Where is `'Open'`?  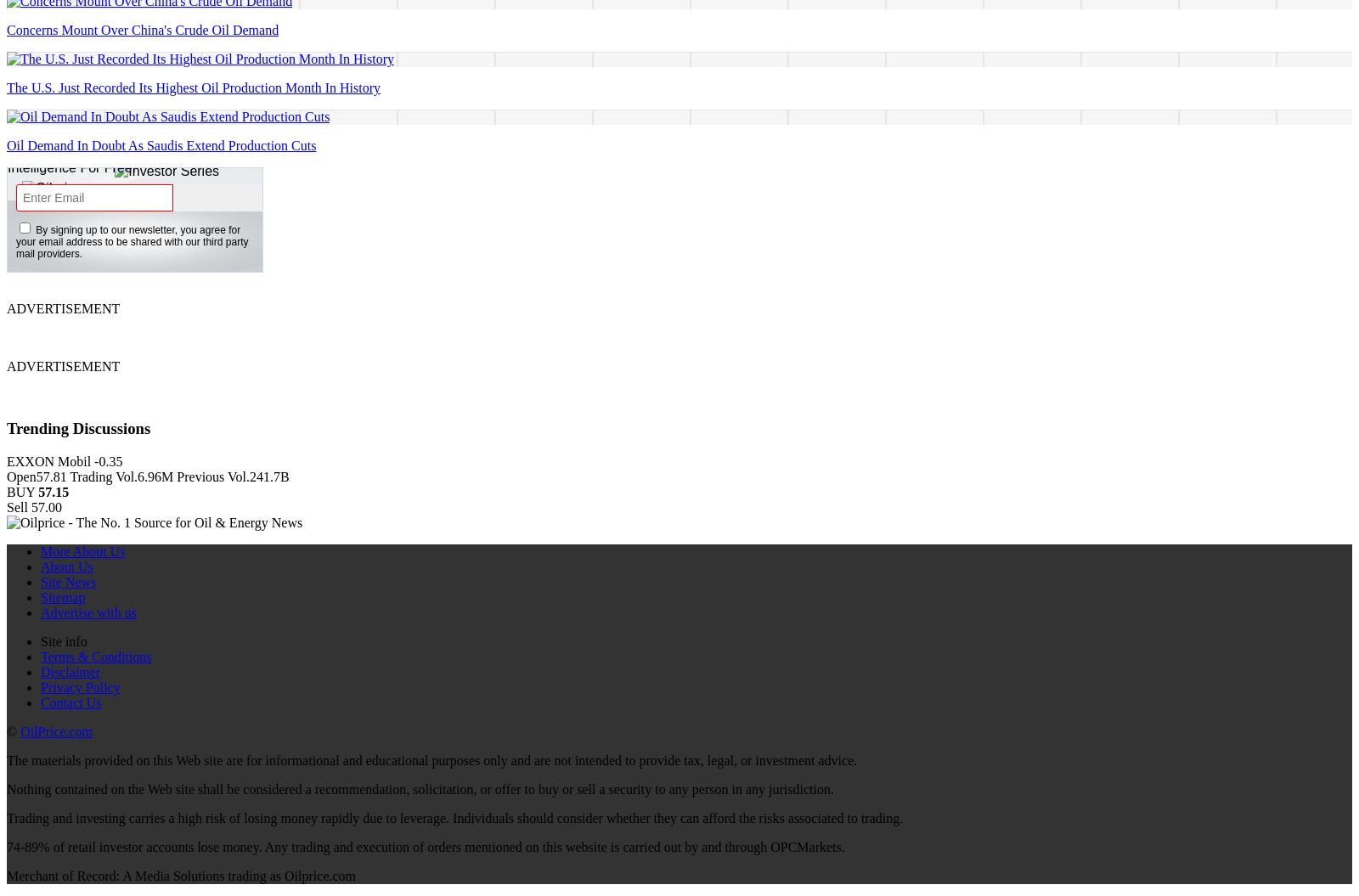
'Open' is located at coordinates (20, 475).